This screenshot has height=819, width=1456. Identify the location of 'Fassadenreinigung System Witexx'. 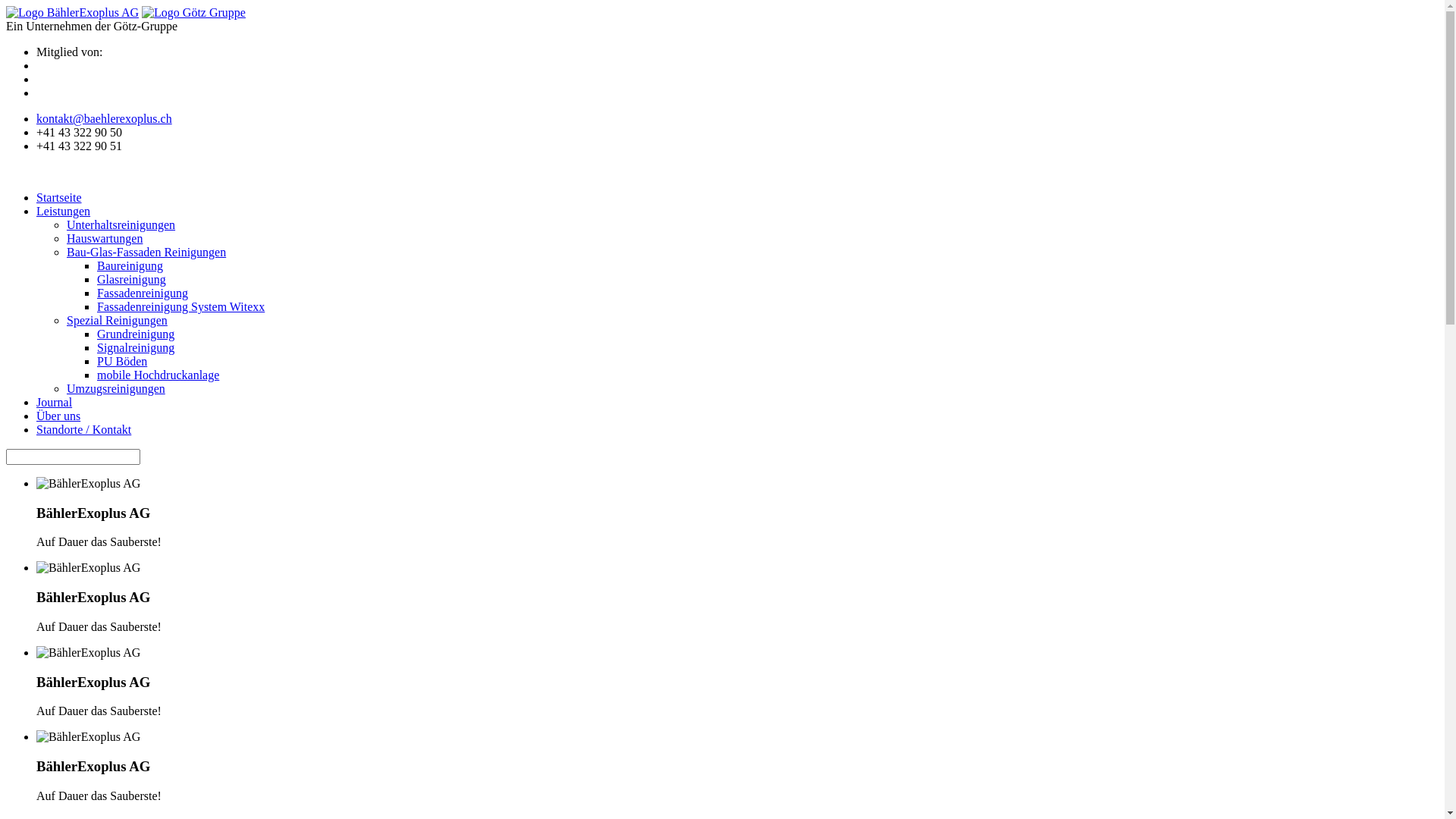
(180, 306).